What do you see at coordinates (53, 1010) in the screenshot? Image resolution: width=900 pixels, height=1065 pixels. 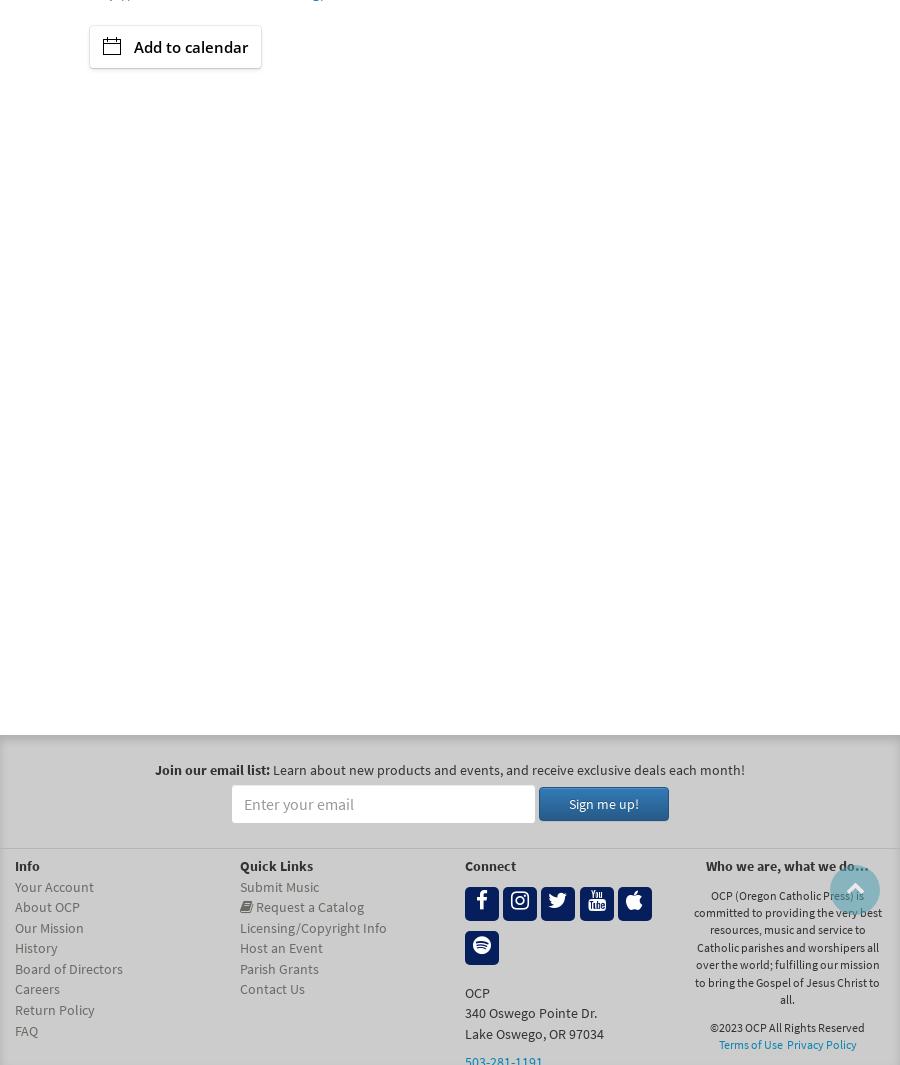 I see `'Return Policy'` at bounding box center [53, 1010].